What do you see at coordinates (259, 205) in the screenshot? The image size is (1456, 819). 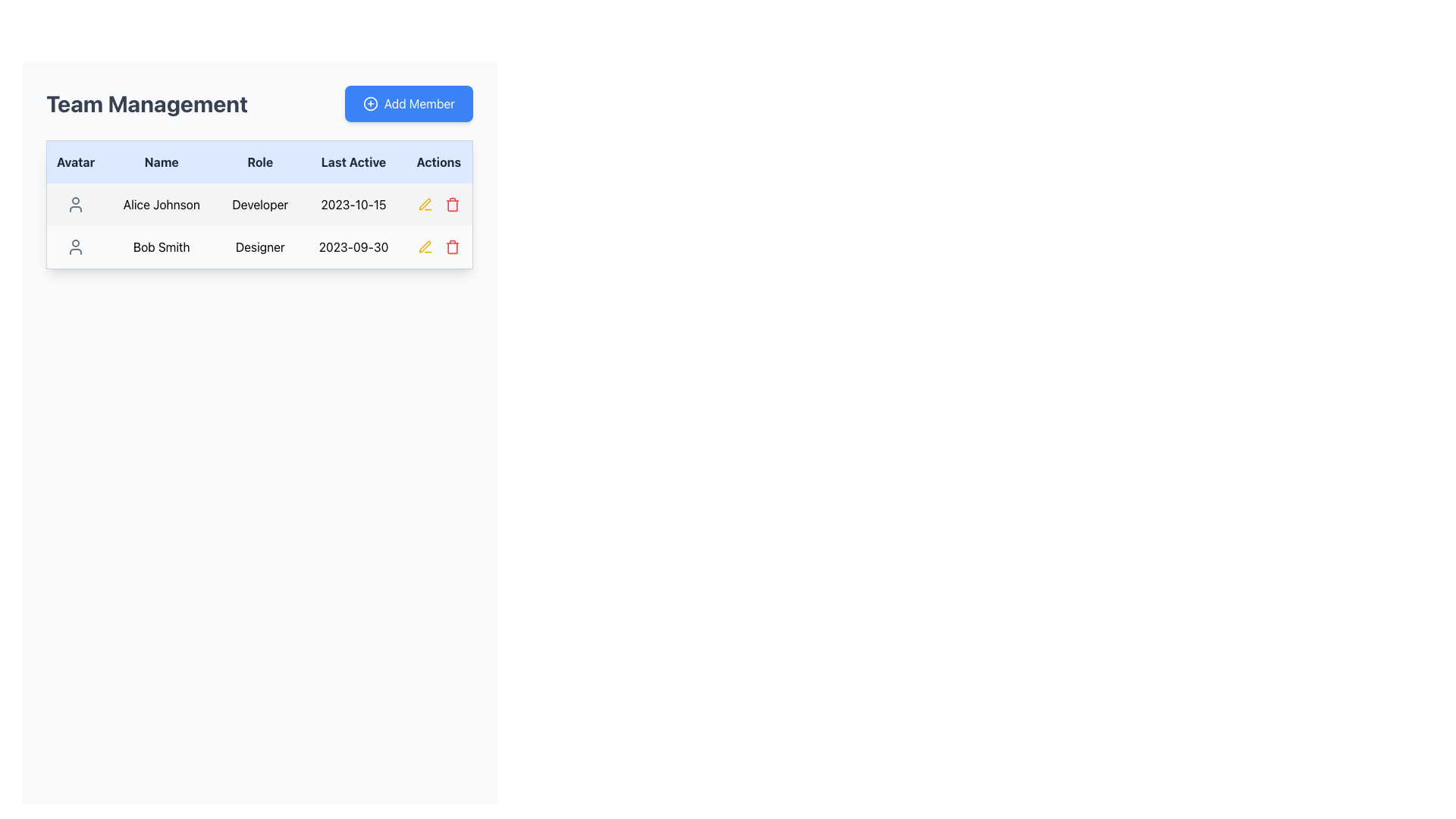 I see `the first row of the user table` at bounding box center [259, 205].